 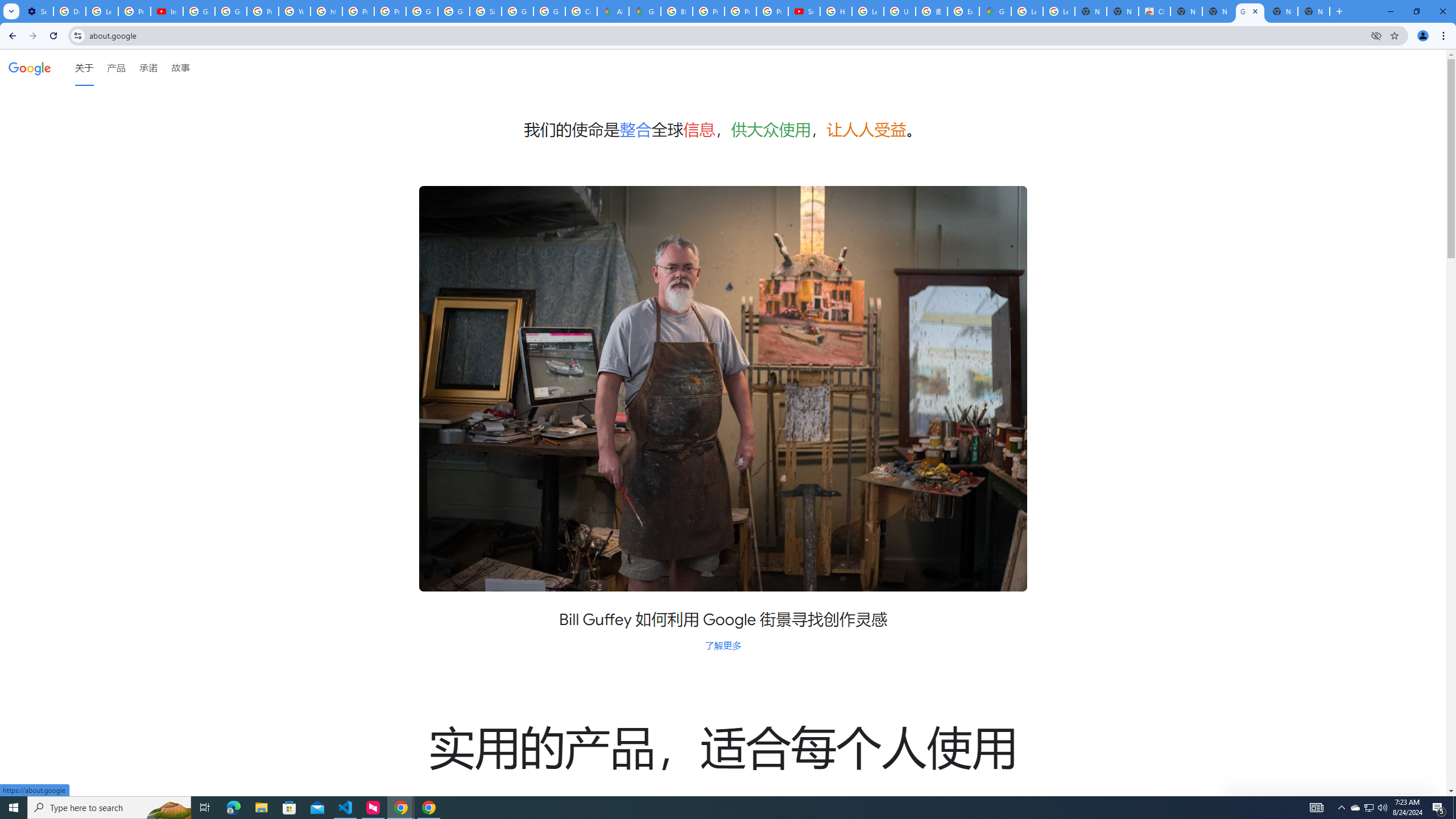 I want to click on 'Google Maps', so click(x=994, y=11).